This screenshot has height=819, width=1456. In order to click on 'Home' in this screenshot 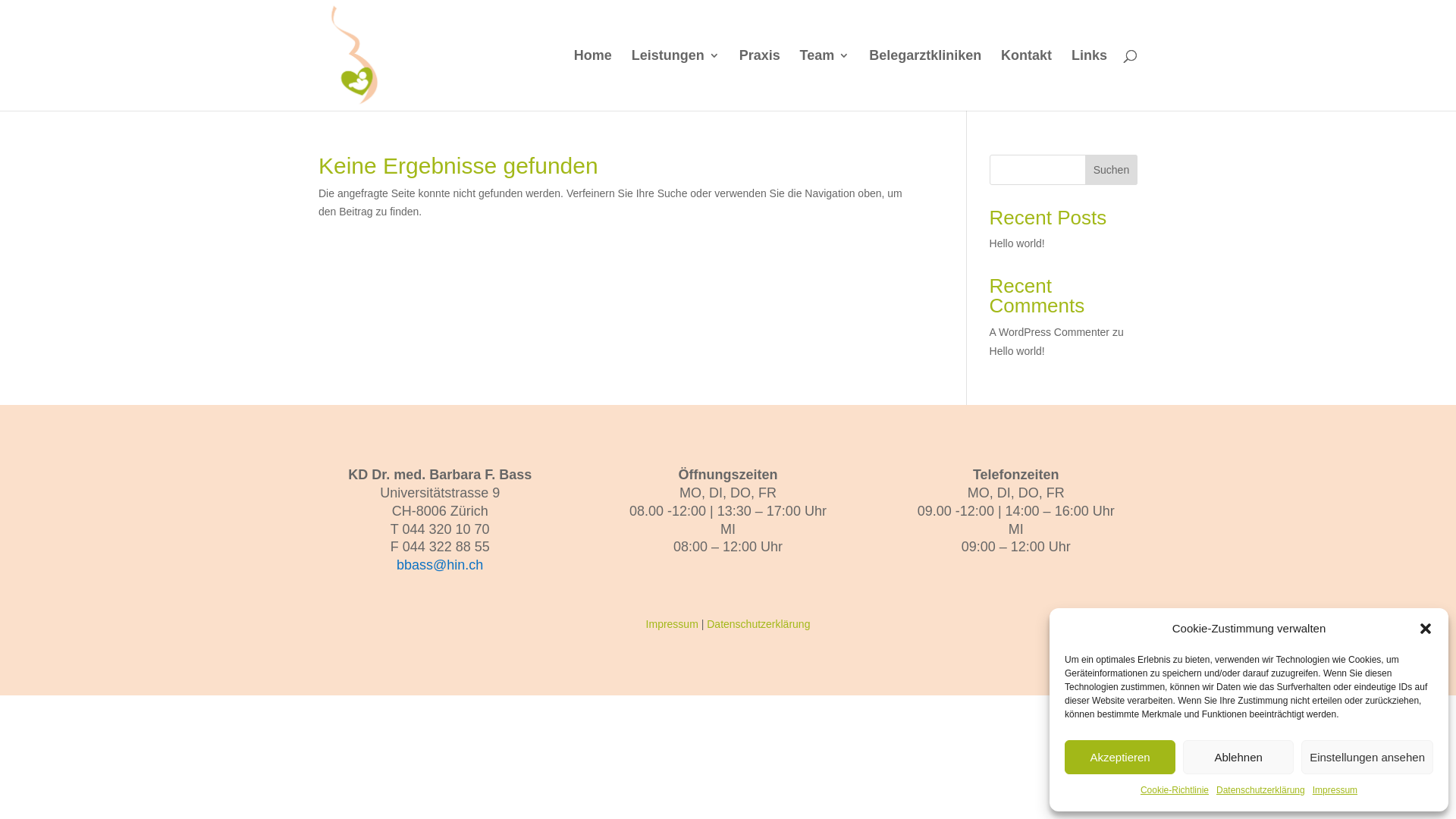, I will do `click(592, 80)`.